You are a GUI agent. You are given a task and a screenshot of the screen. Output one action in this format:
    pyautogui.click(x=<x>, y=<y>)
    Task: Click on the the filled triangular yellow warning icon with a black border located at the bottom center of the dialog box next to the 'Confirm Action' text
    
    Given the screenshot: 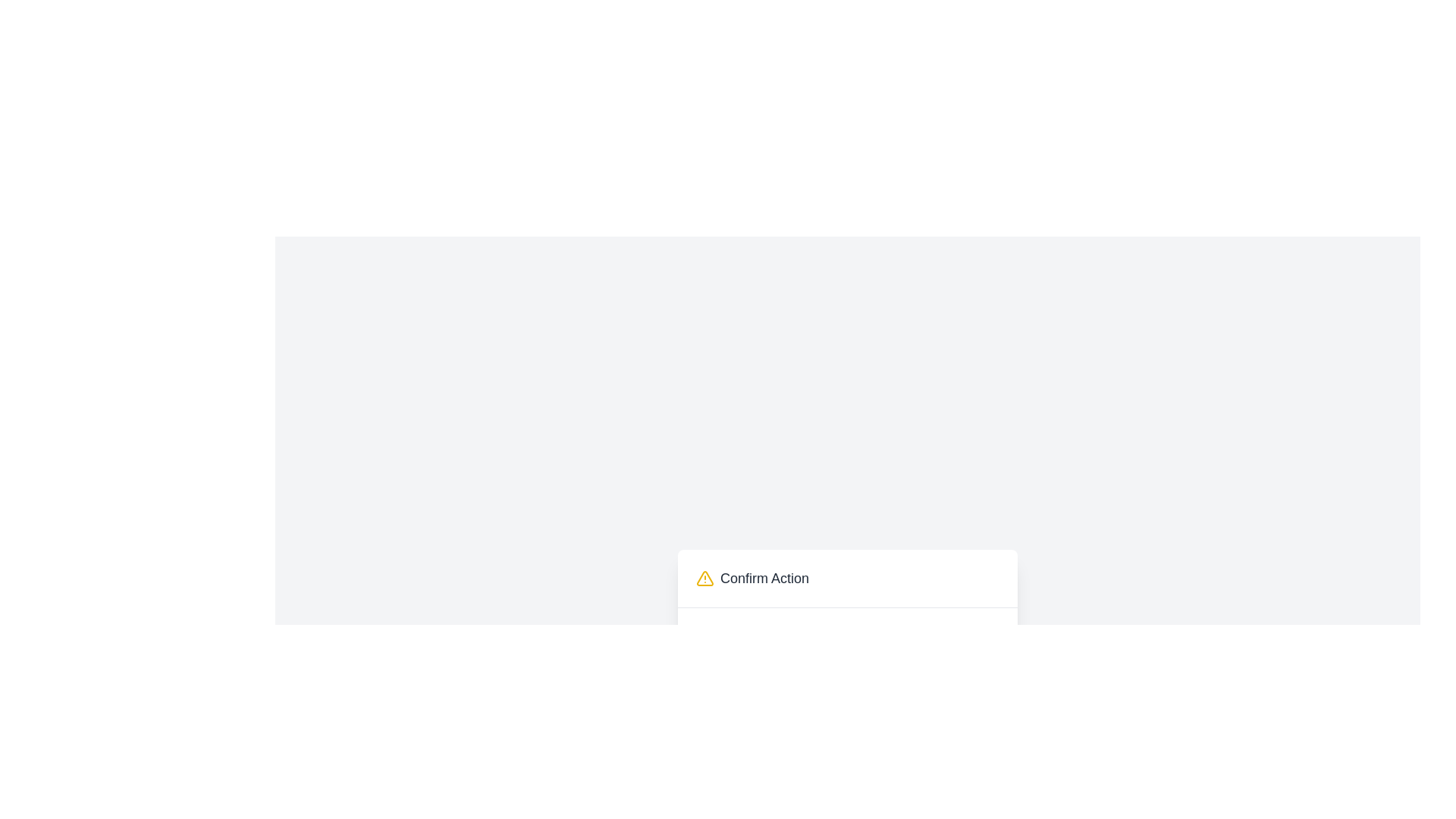 What is the action you would take?
    pyautogui.click(x=704, y=579)
    